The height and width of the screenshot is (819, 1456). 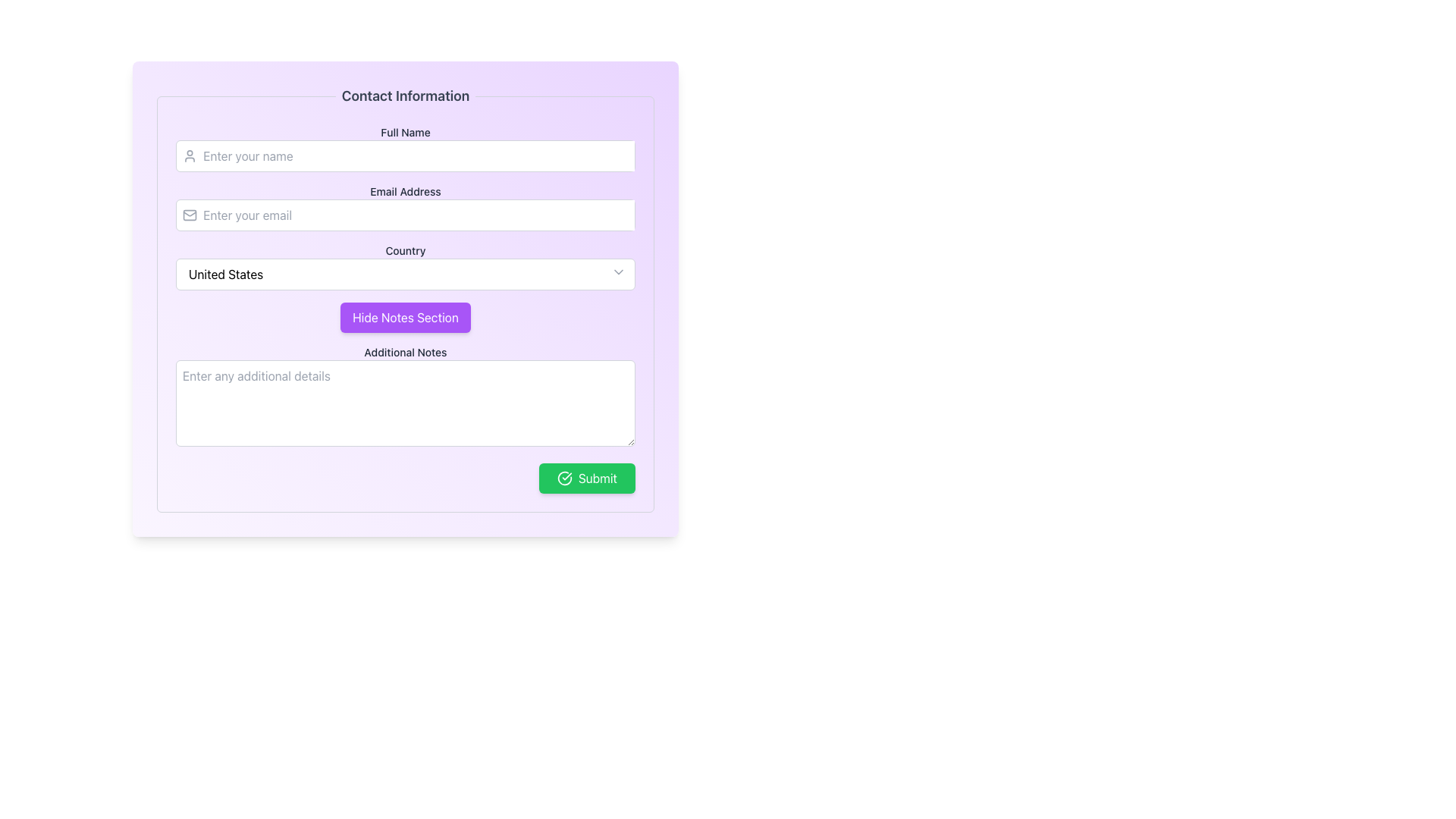 What do you see at coordinates (563, 479) in the screenshot?
I see `the circular check icon within the green 'Submit' button located at the bottom right corner of the form` at bounding box center [563, 479].